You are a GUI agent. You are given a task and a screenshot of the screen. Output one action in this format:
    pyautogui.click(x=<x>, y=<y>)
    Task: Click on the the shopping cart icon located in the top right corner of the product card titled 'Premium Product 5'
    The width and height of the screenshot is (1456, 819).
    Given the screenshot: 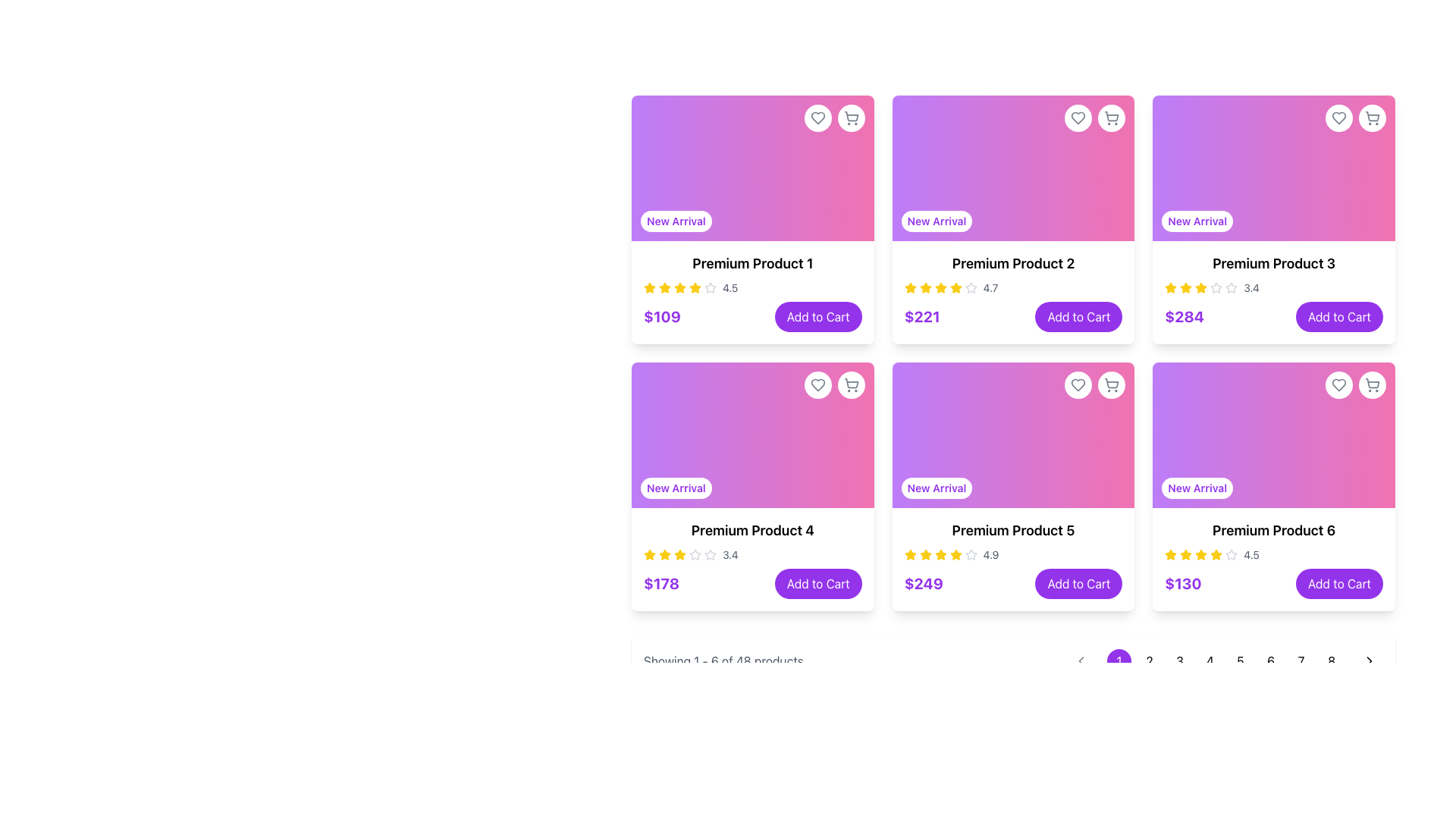 What is the action you would take?
    pyautogui.click(x=1112, y=384)
    